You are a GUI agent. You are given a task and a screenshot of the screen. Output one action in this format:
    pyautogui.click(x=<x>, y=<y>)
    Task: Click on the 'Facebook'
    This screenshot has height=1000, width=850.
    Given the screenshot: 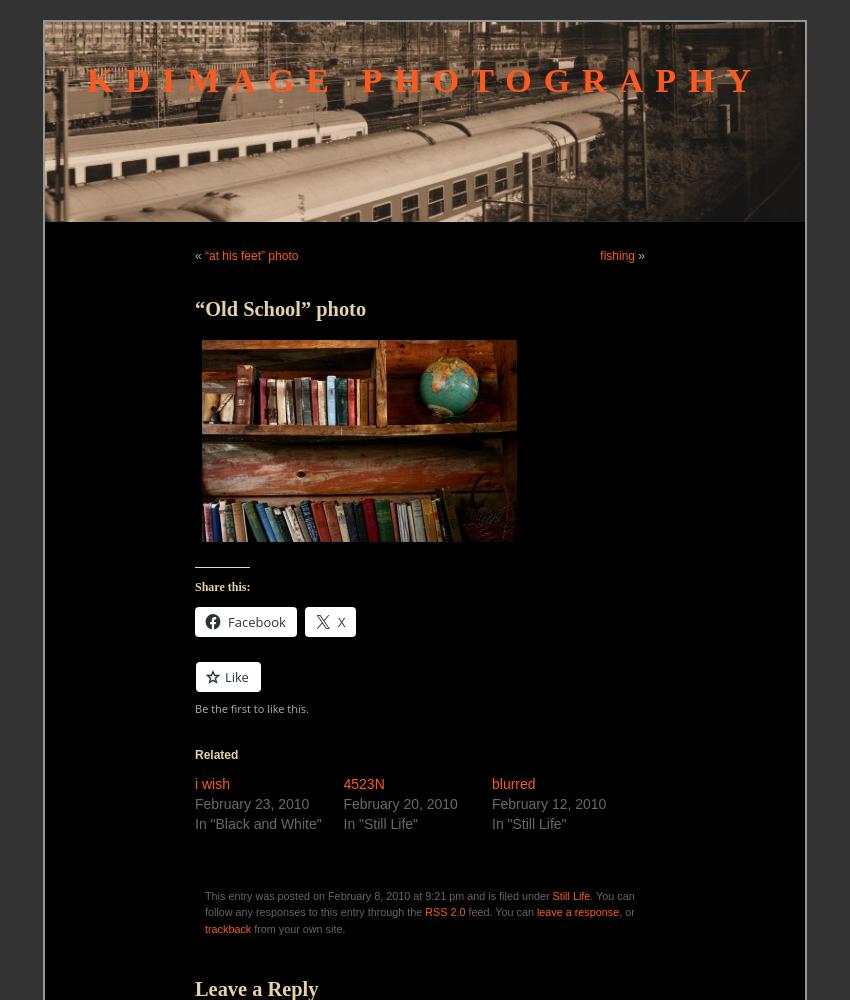 What is the action you would take?
    pyautogui.click(x=255, y=620)
    